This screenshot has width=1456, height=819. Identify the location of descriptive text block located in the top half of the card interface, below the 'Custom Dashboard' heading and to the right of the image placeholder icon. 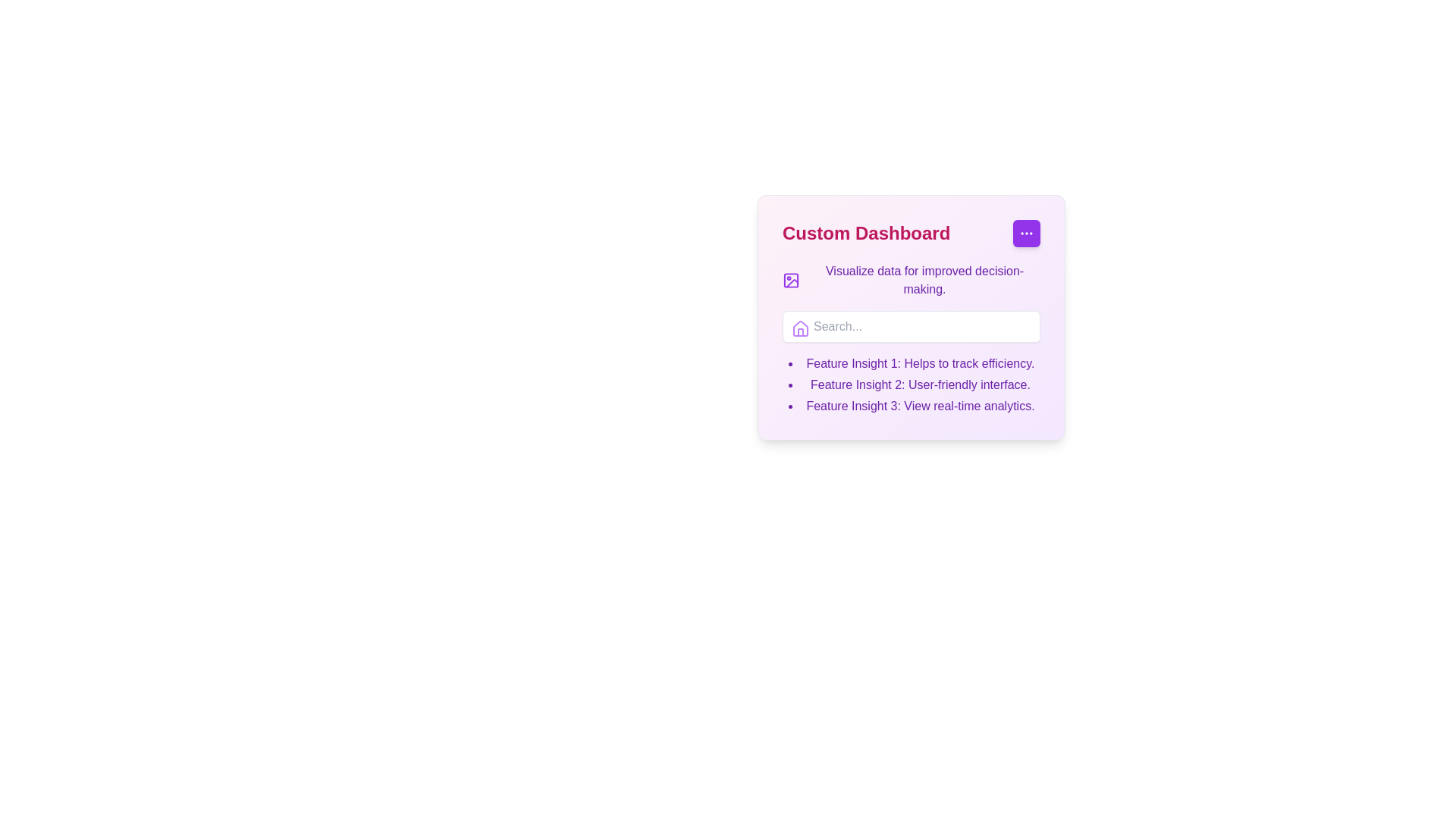
(924, 281).